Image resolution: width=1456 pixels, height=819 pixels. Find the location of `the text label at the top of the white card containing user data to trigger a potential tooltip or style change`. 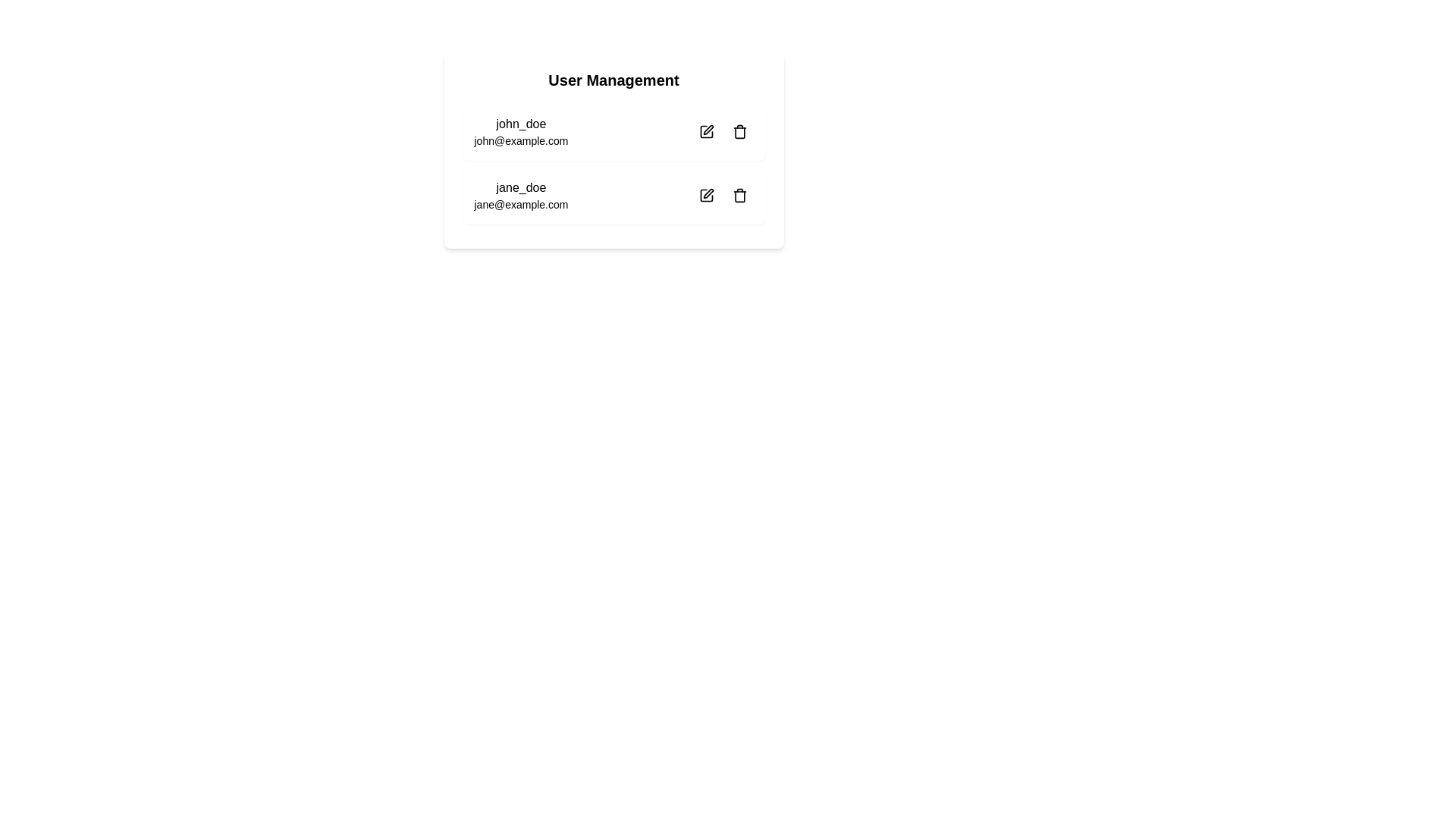

the text label at the top of the white card containing user data to trigger a potential tooltip or style change is located at coordinates (613, 80).